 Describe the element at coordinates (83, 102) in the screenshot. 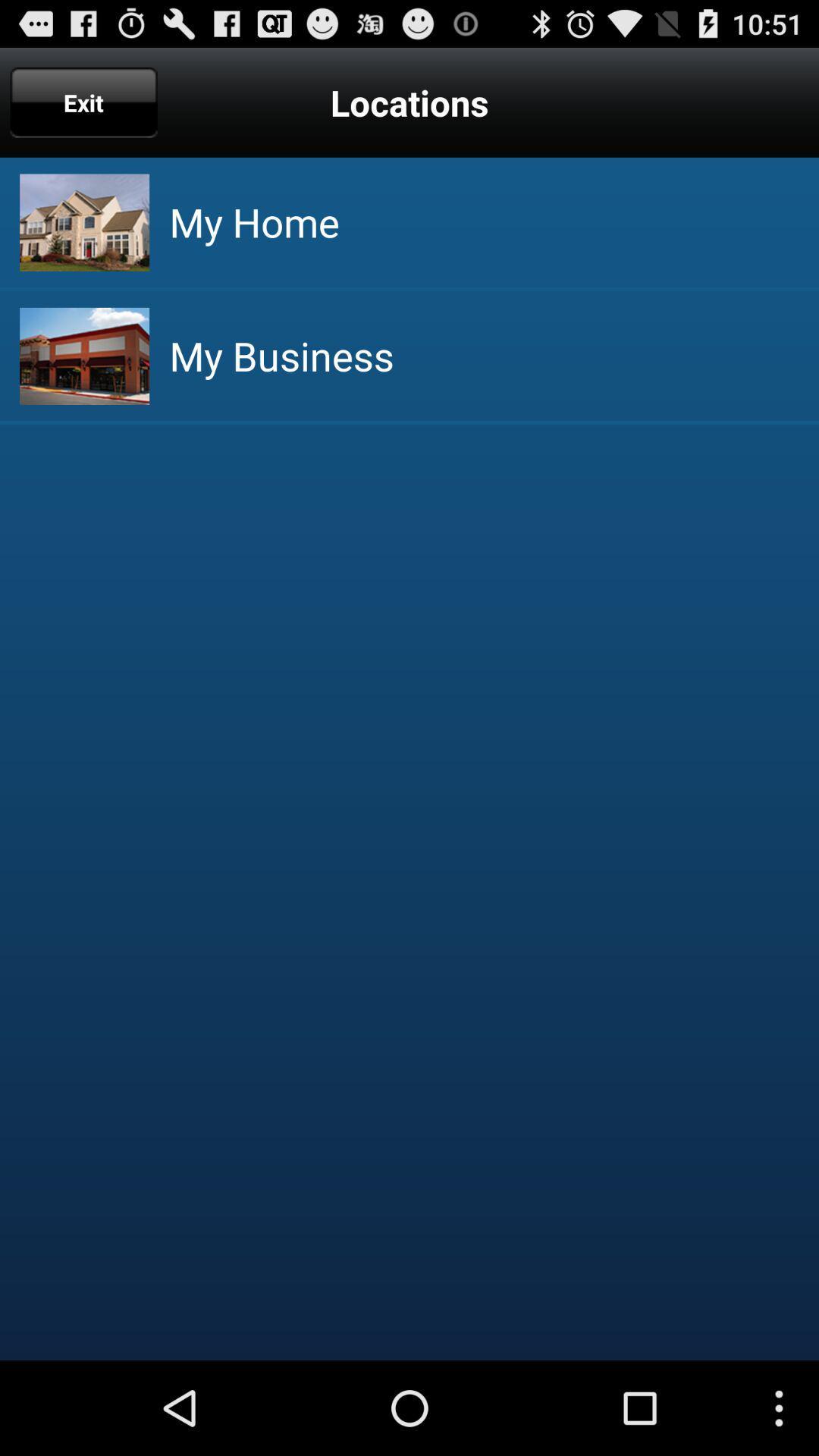

I see `the app next to the locations app` at that location.